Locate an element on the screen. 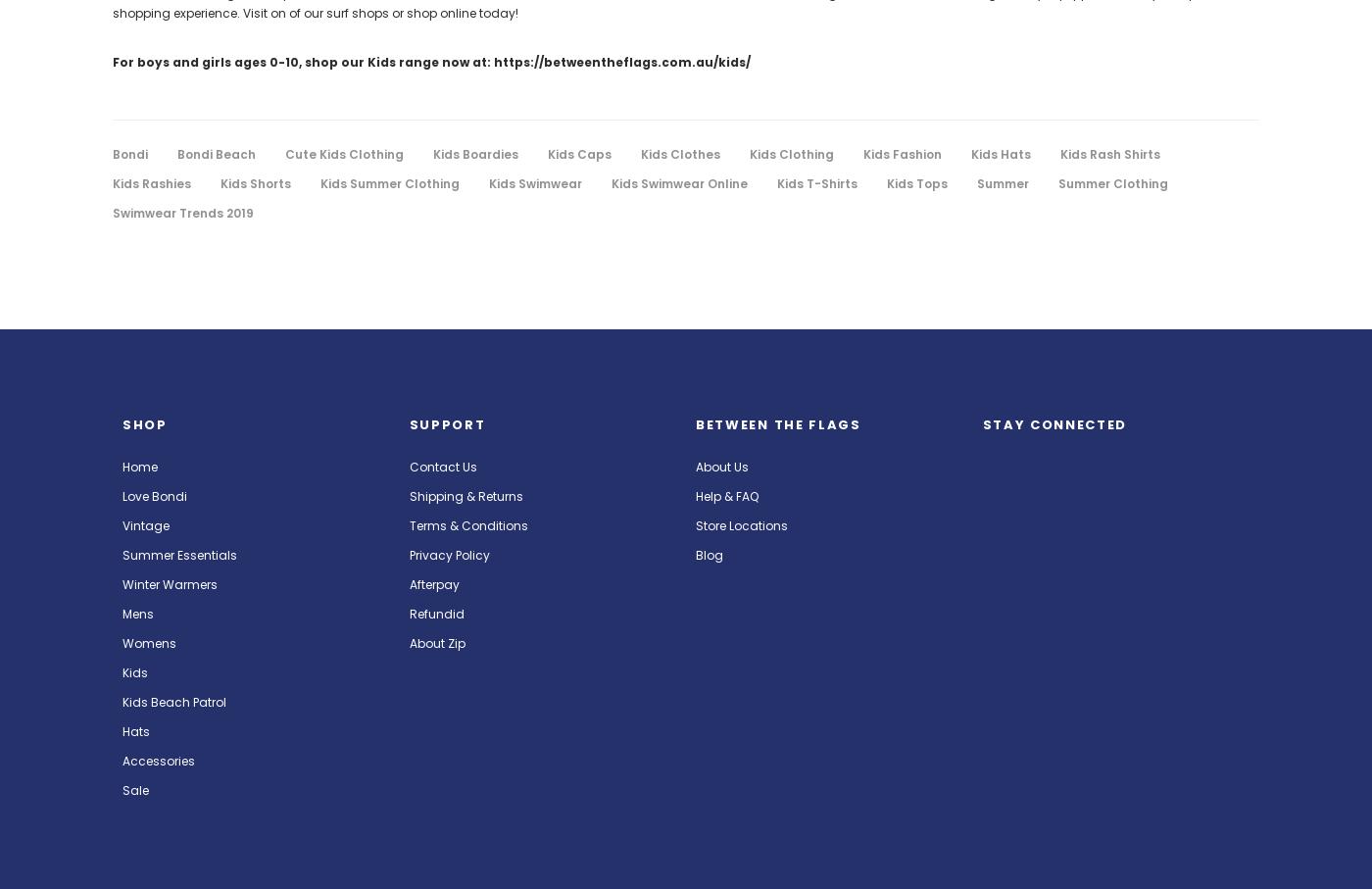  'Kids Beach Patrol' is located at coordinates (172, 702).